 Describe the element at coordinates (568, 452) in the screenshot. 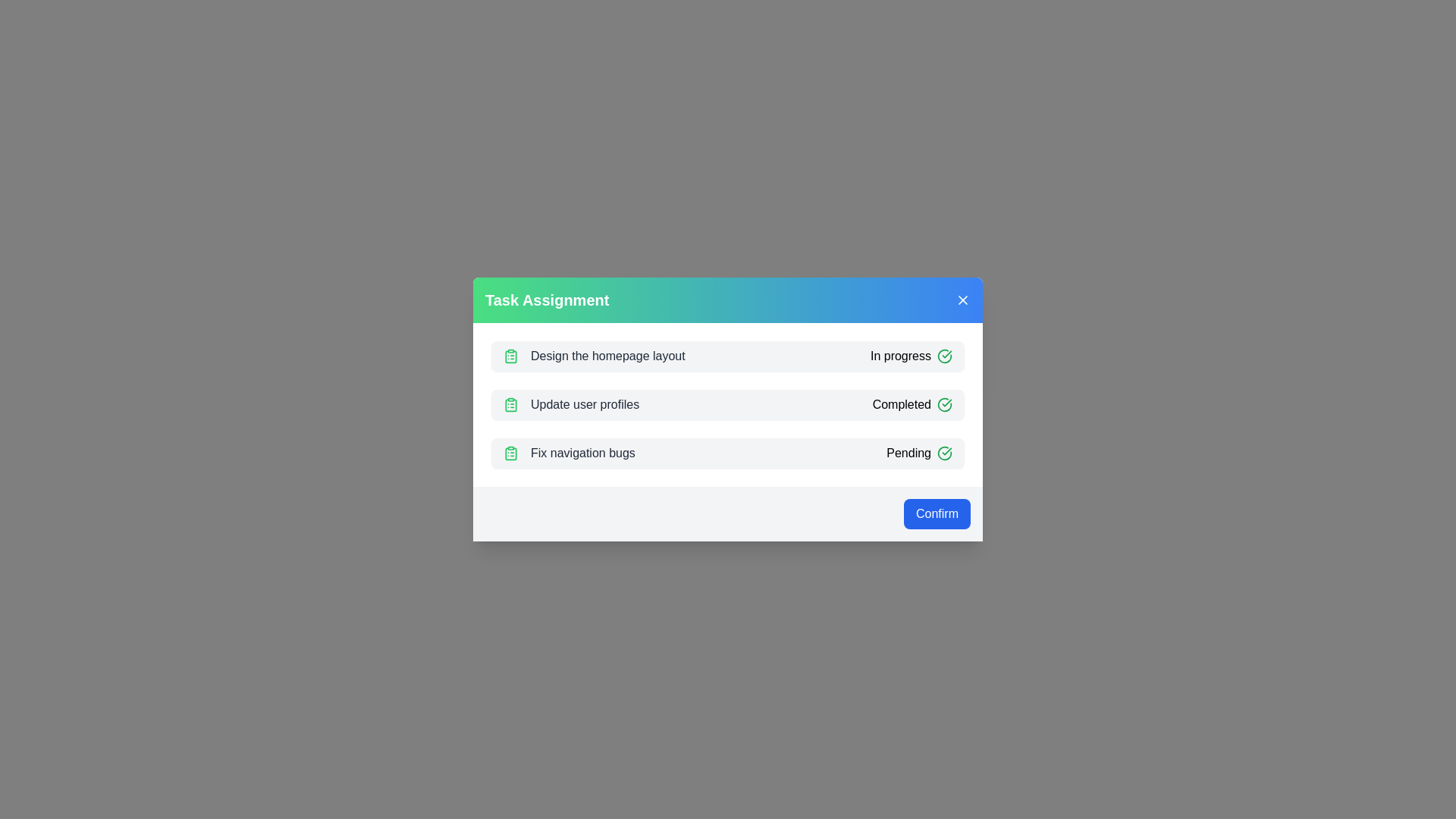

I see `the third task item in the task list interface, which is located between the task titled 'Update user profiles' and the 'Pending' status indicator` at that location.